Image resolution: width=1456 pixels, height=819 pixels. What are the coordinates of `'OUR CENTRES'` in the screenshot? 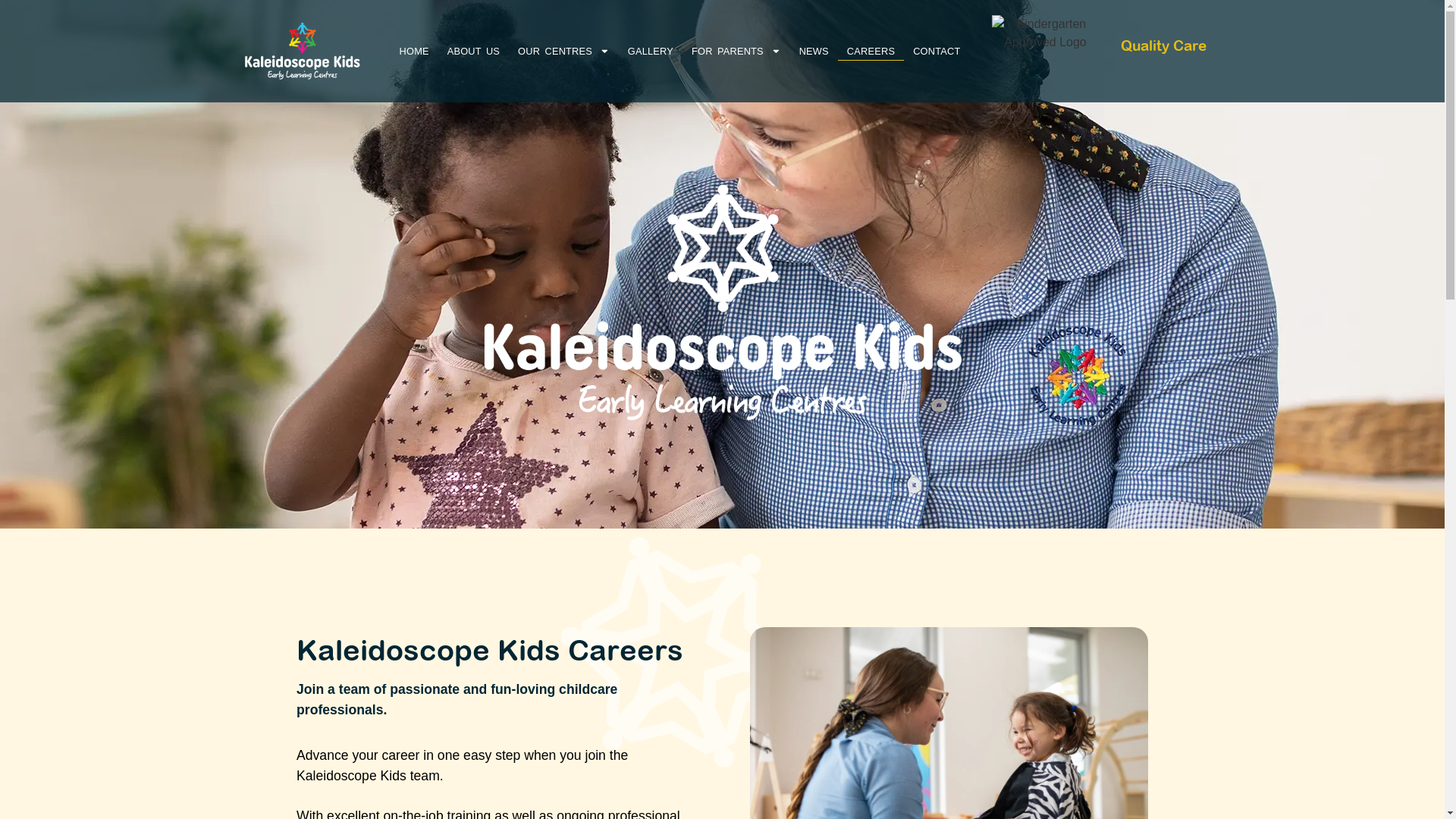 It's located at (509, 51).